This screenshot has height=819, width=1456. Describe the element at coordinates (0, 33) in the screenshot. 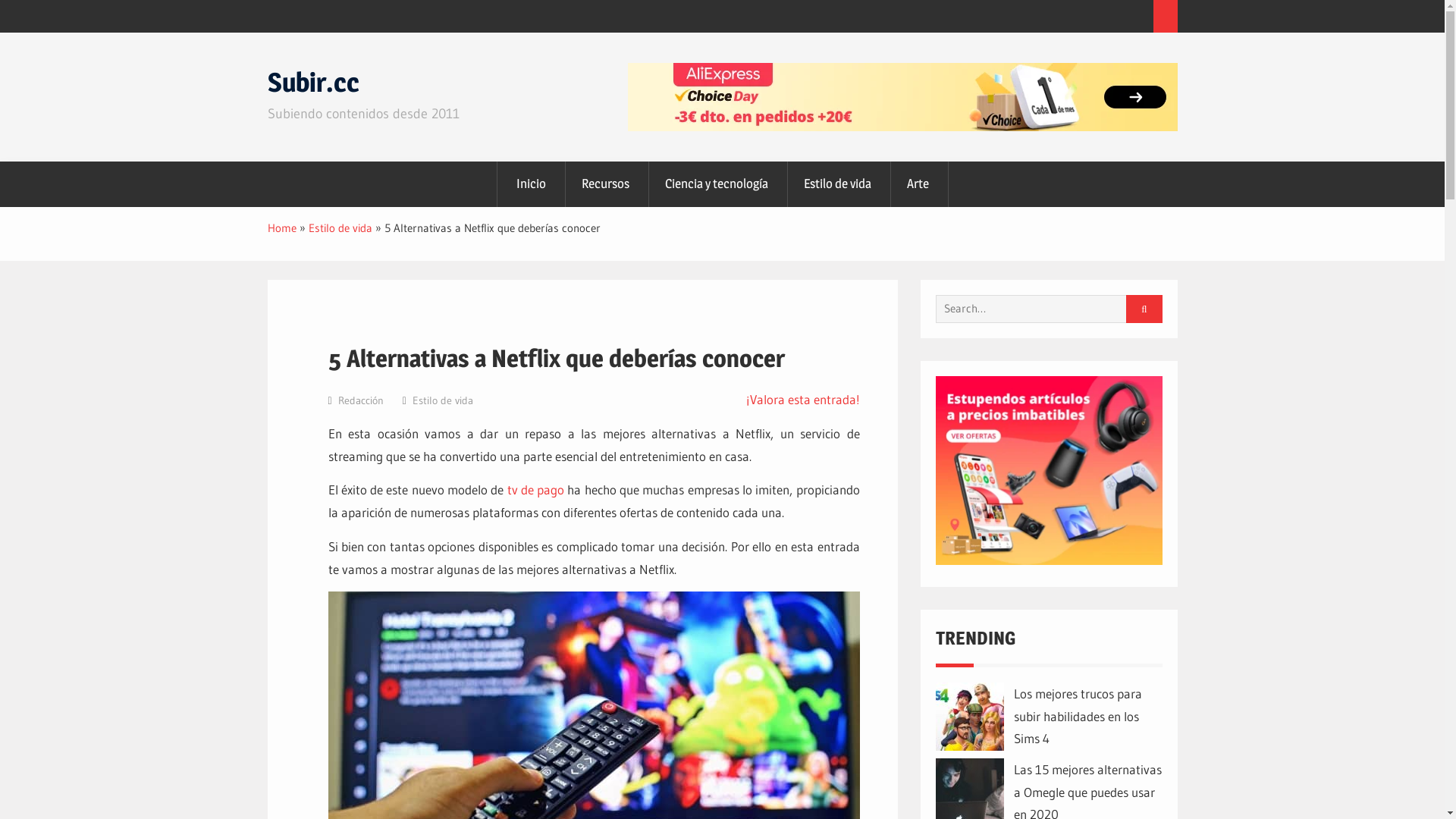

I see `'Skip to content'` at that location.